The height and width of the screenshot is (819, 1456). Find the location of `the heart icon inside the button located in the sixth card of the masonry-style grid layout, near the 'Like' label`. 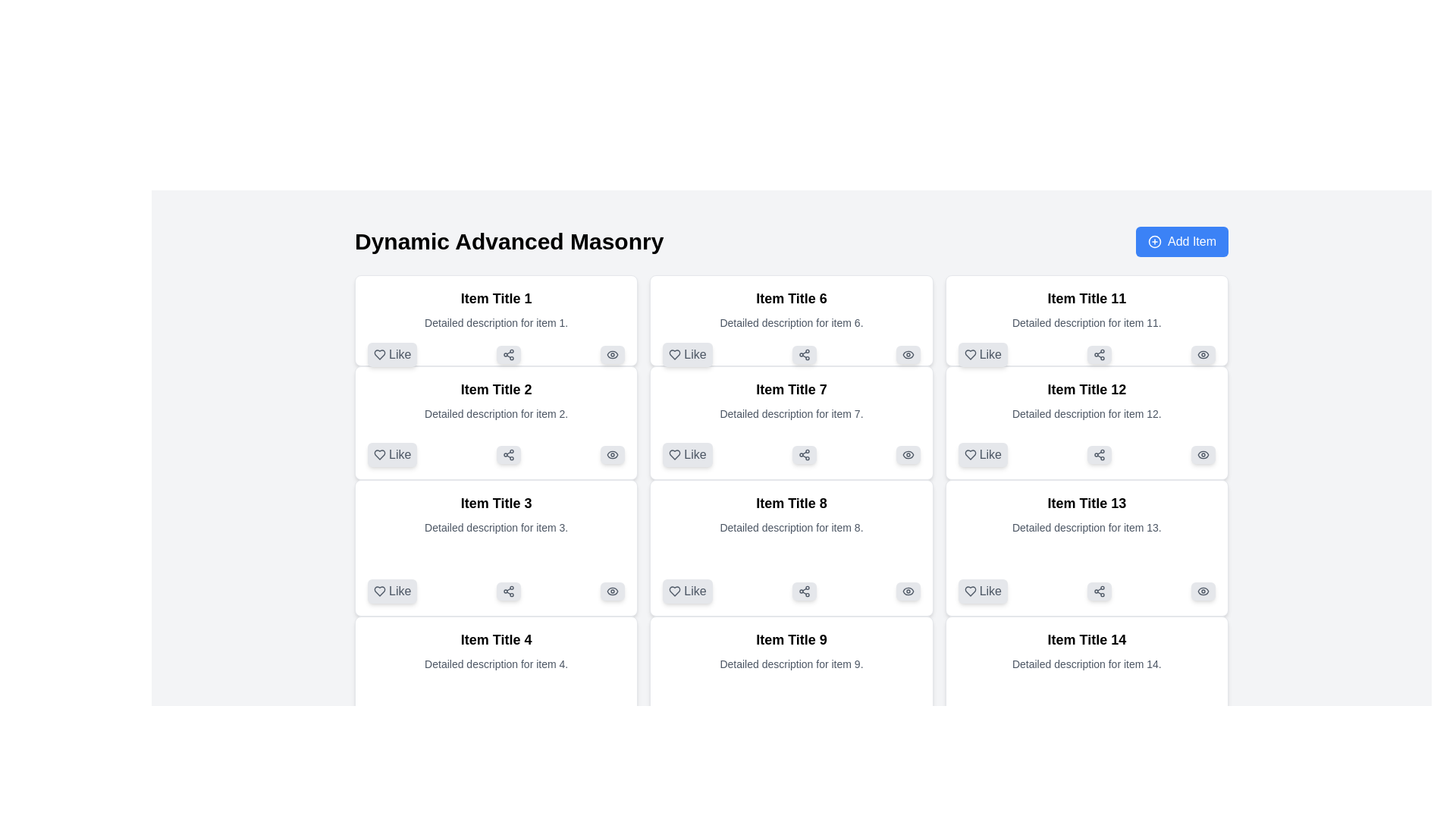

the heart icon inside the button located in the sixth card of the masonry-style grid layout, near the 'Like' label is located at coordinates (674, 354).